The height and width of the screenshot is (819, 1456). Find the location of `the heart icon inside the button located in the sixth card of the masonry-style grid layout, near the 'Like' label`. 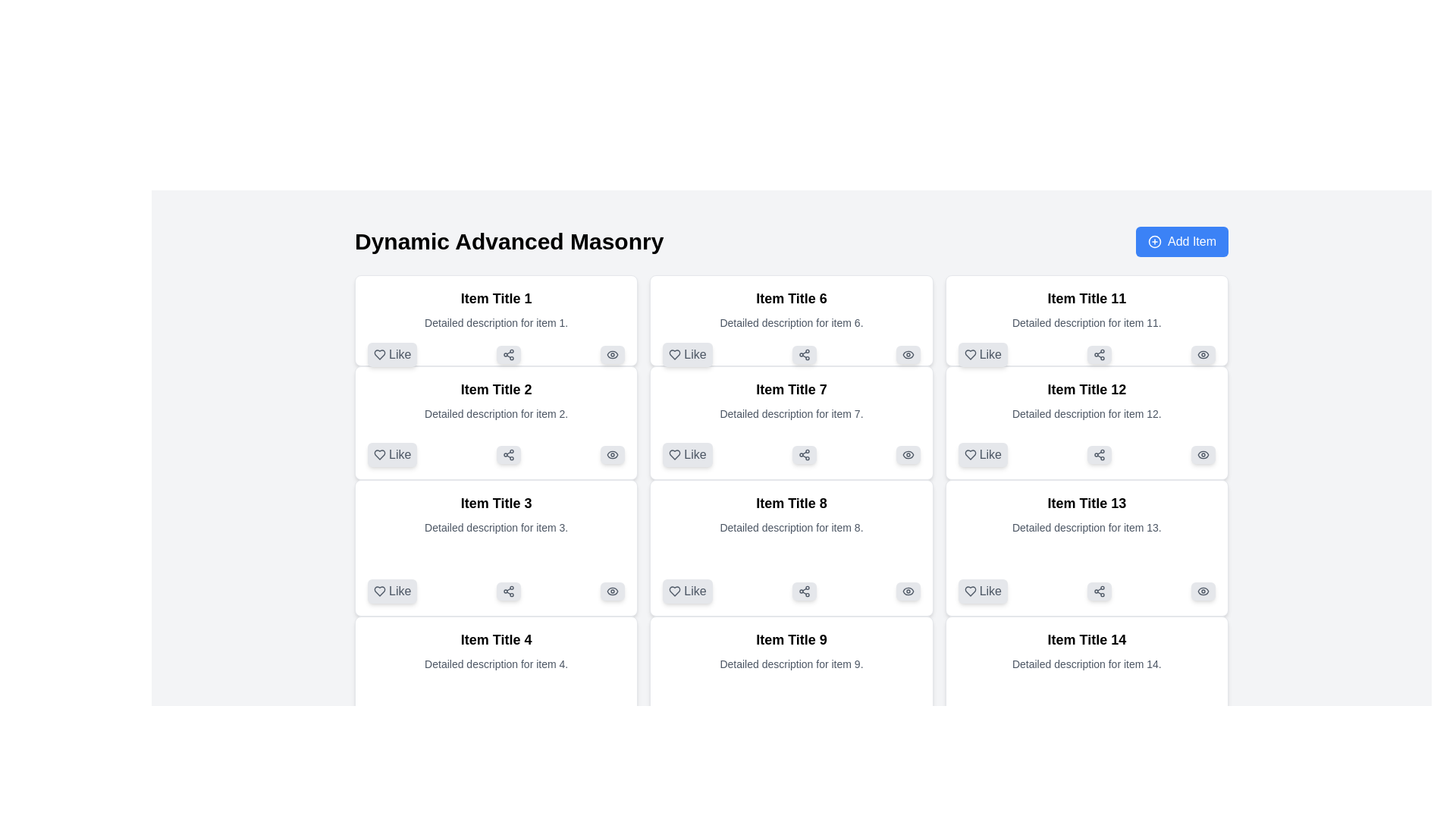

the heart icon inside the button located in the sixth card of the masonry-style grid layout, near the 'Like' label is located at coordinates (674, 354).